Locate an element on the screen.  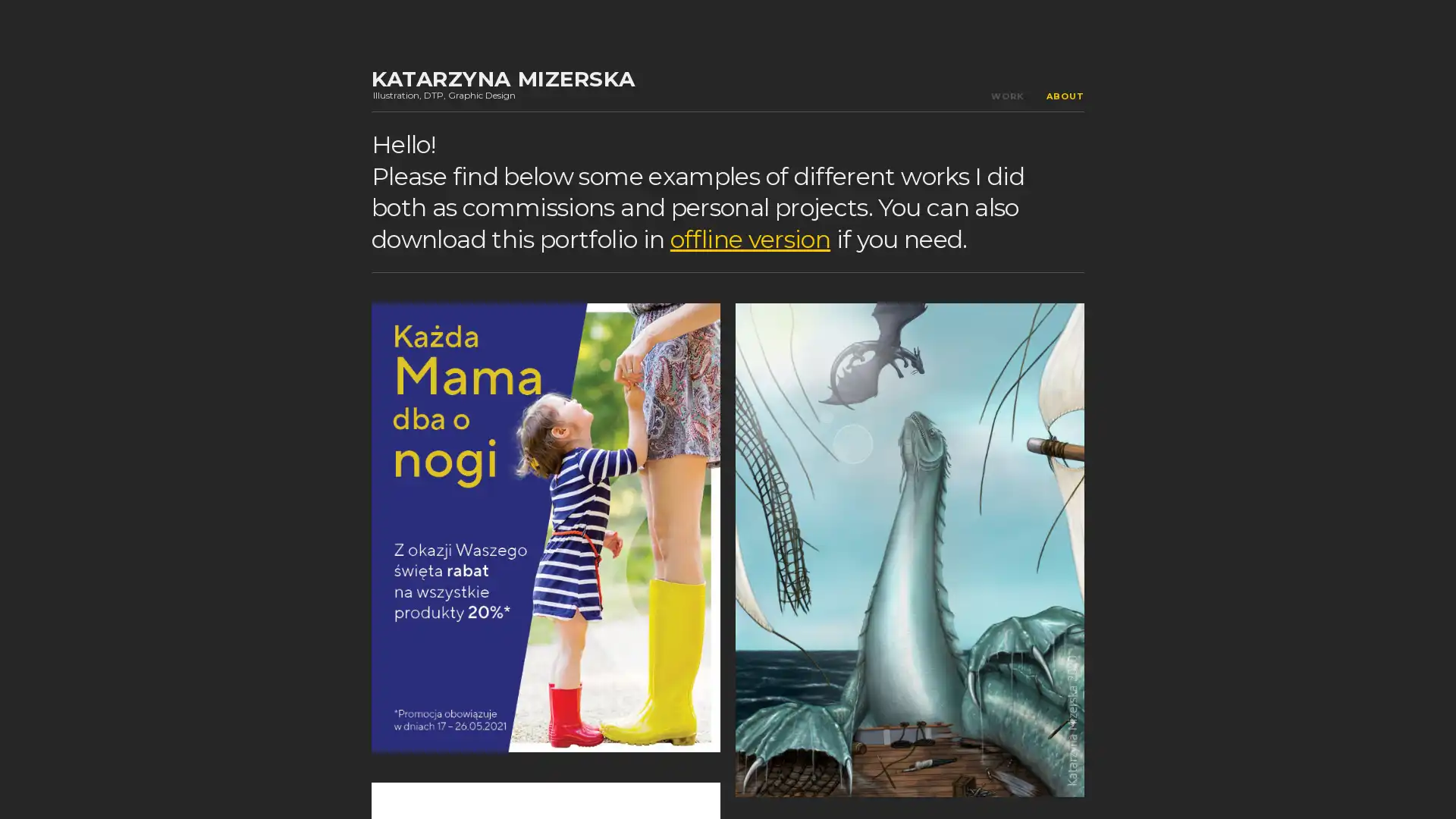
WORK is located at coordinates (1007, 96).